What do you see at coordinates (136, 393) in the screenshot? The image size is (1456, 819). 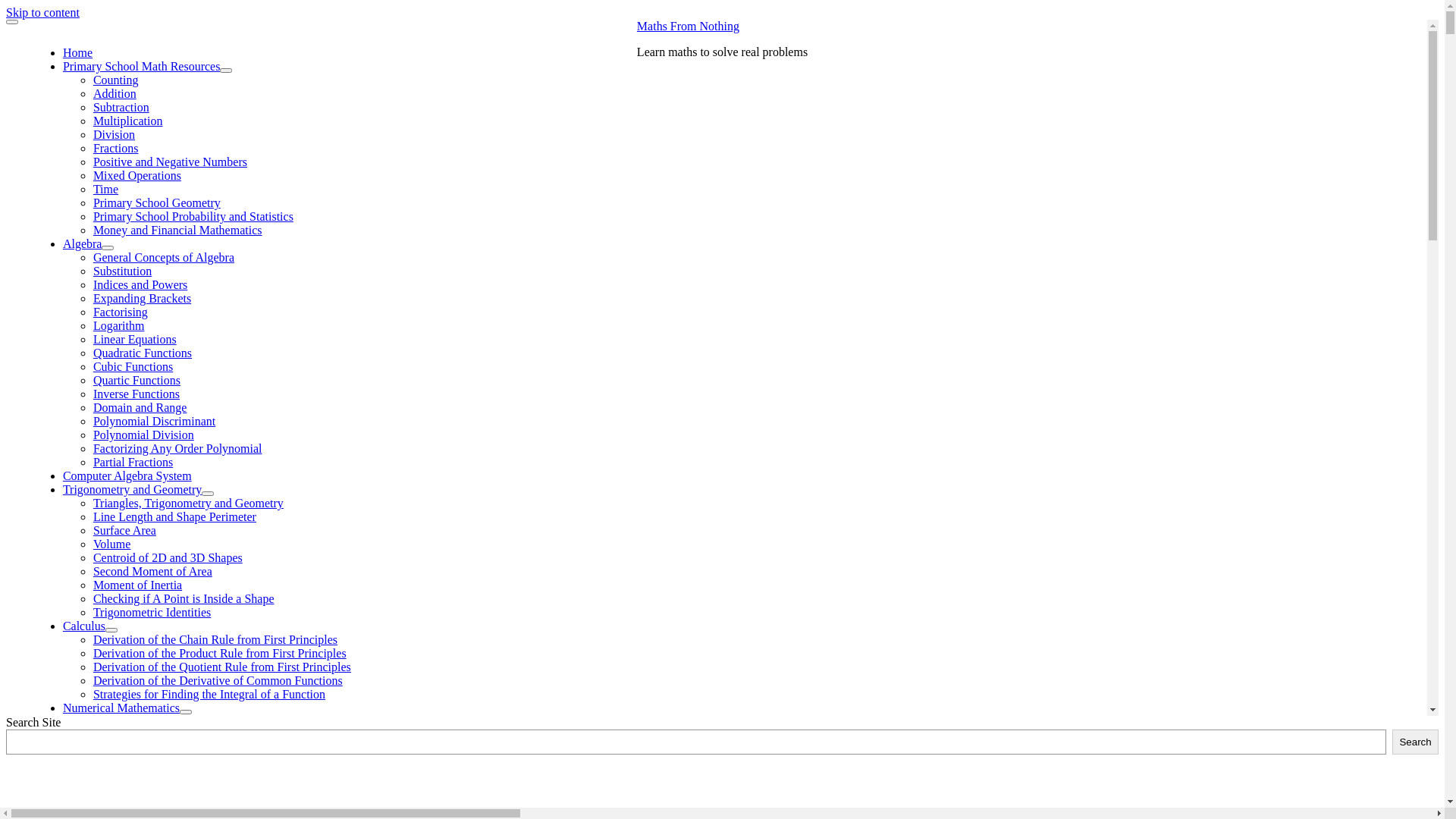 I see `'Inverse Functions'` at bounding box center [136, 393].